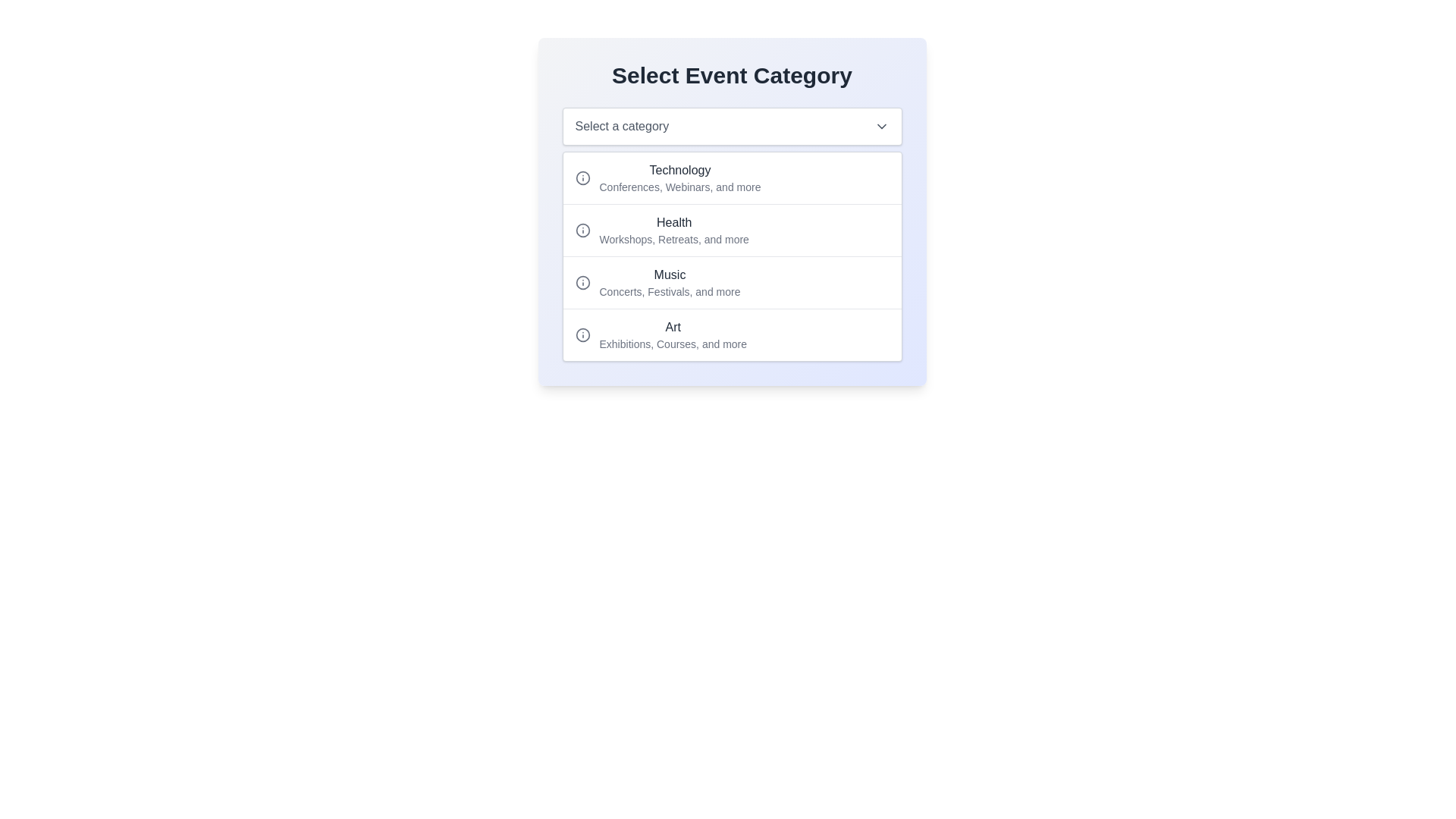 Image resolution: width=1456 pixels, height=819 pixels. Describe the element at coordinates (669, 292) in the screenshot. I see `text label that provides additional context for the 'Music' category, located in the third row of a vertical list directly below the 'Music' text` at that location.